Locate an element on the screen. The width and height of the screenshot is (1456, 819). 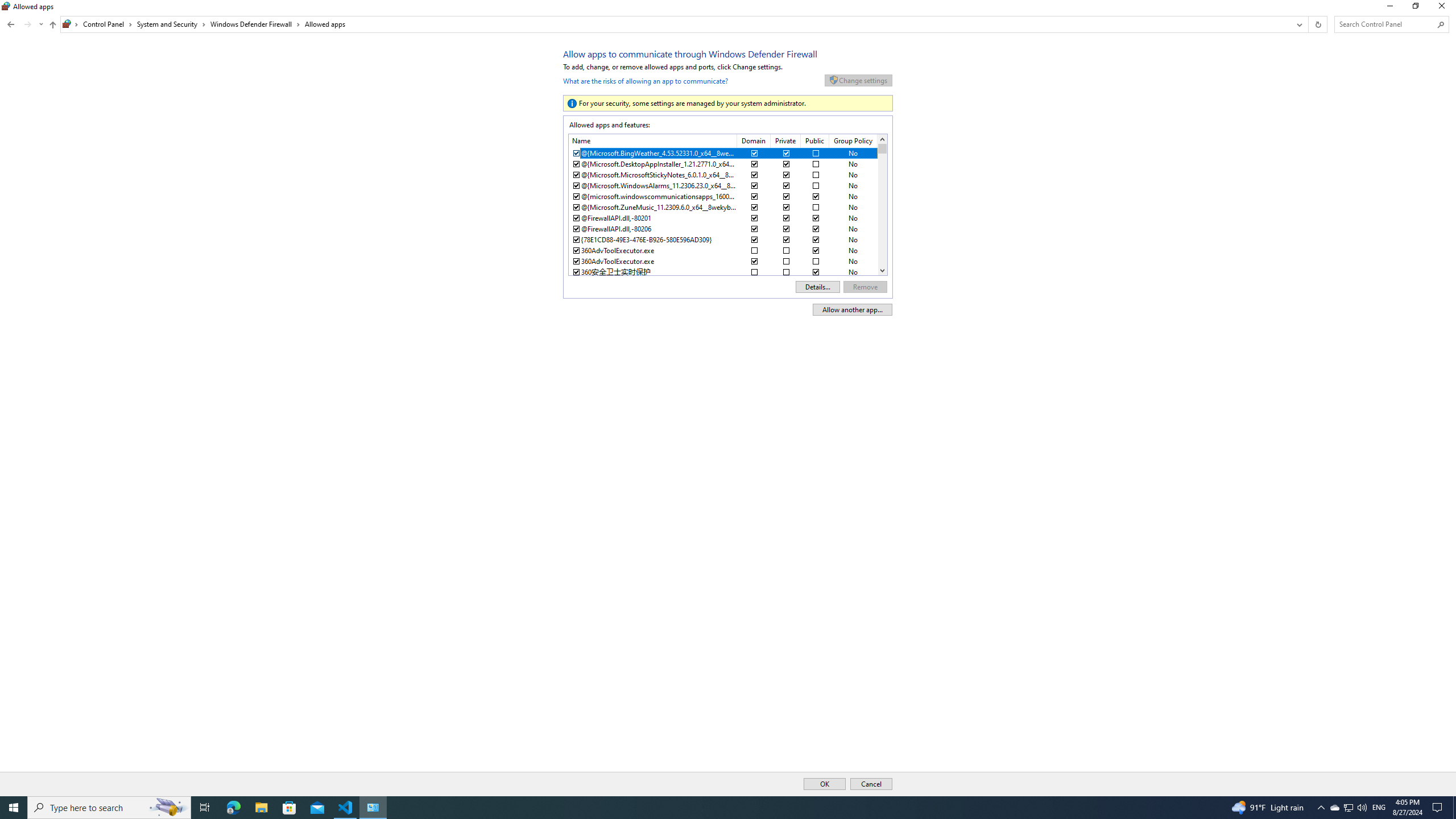
'Restore' is located at coordinates (1414, 9).